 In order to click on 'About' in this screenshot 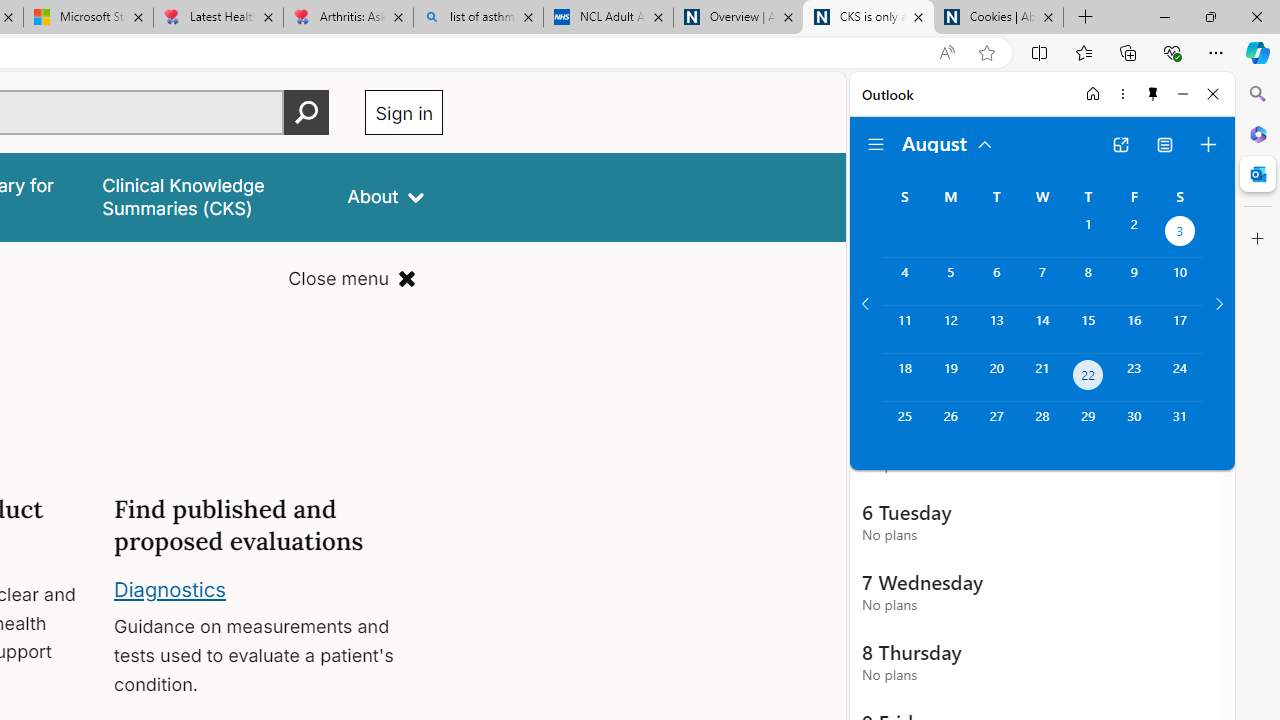, I will do `click(386, 197)`.